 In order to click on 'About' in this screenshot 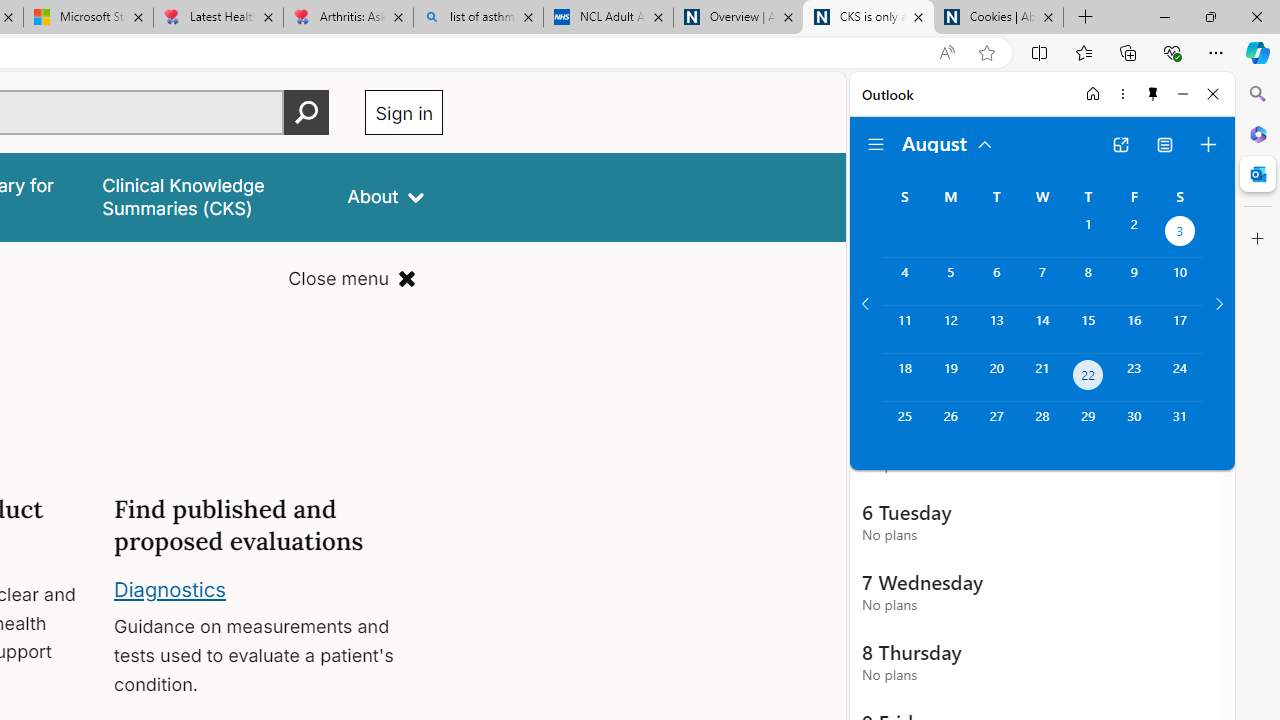, I will do `click(386, 197)`.